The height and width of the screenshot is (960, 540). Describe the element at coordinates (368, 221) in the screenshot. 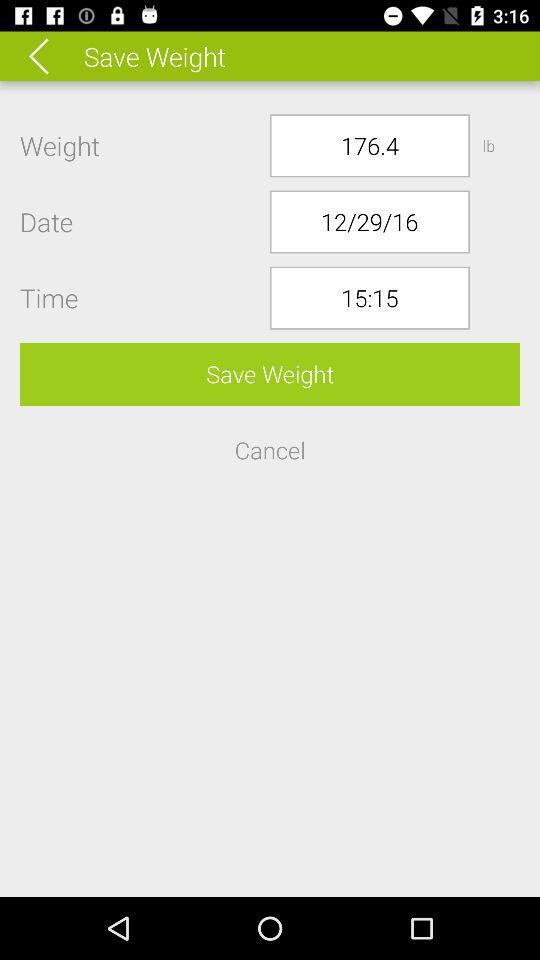

I see `button below 176.4 item` at that location.